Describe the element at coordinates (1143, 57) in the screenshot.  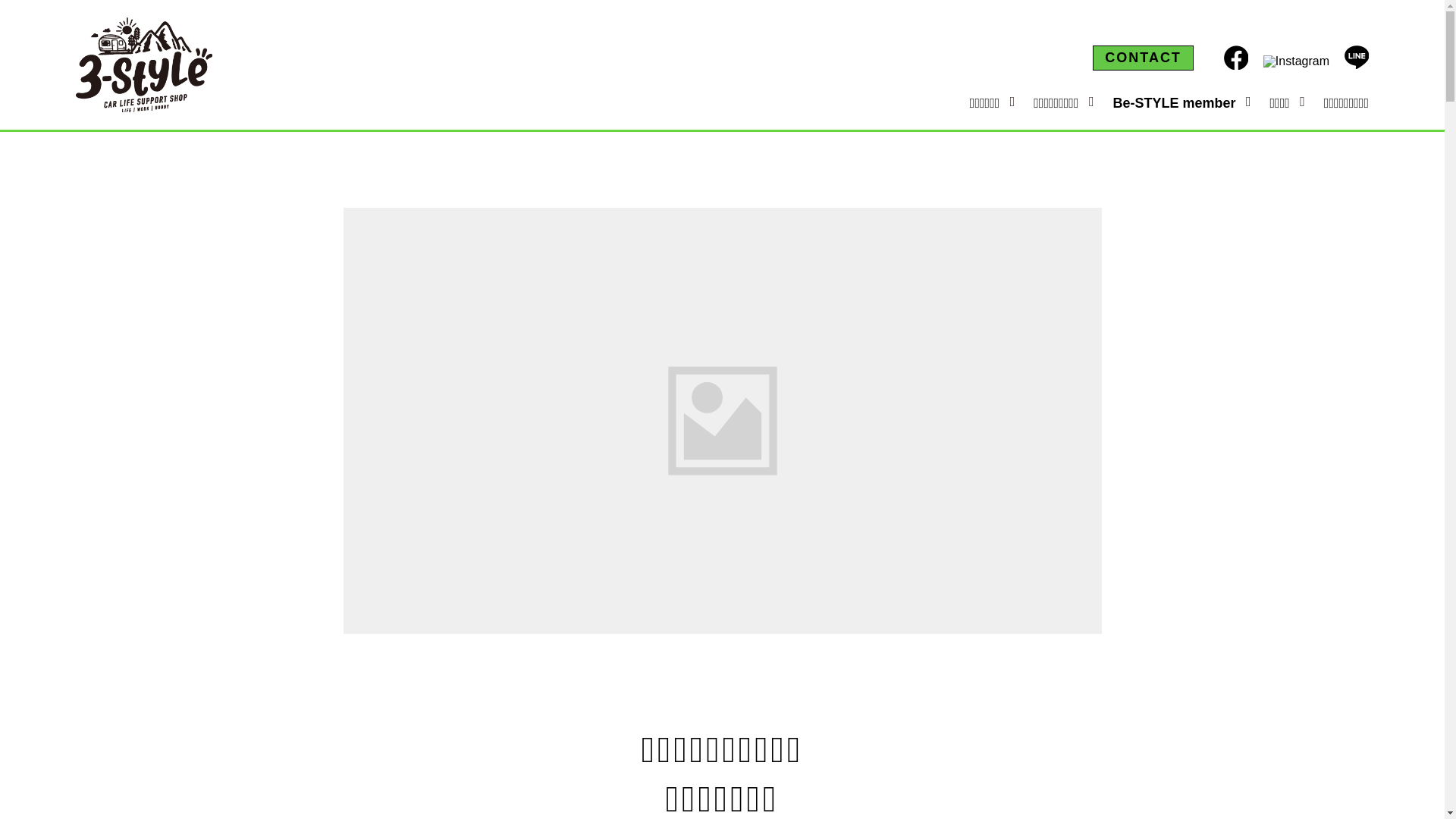
I see `'CONTACT'` at that location.